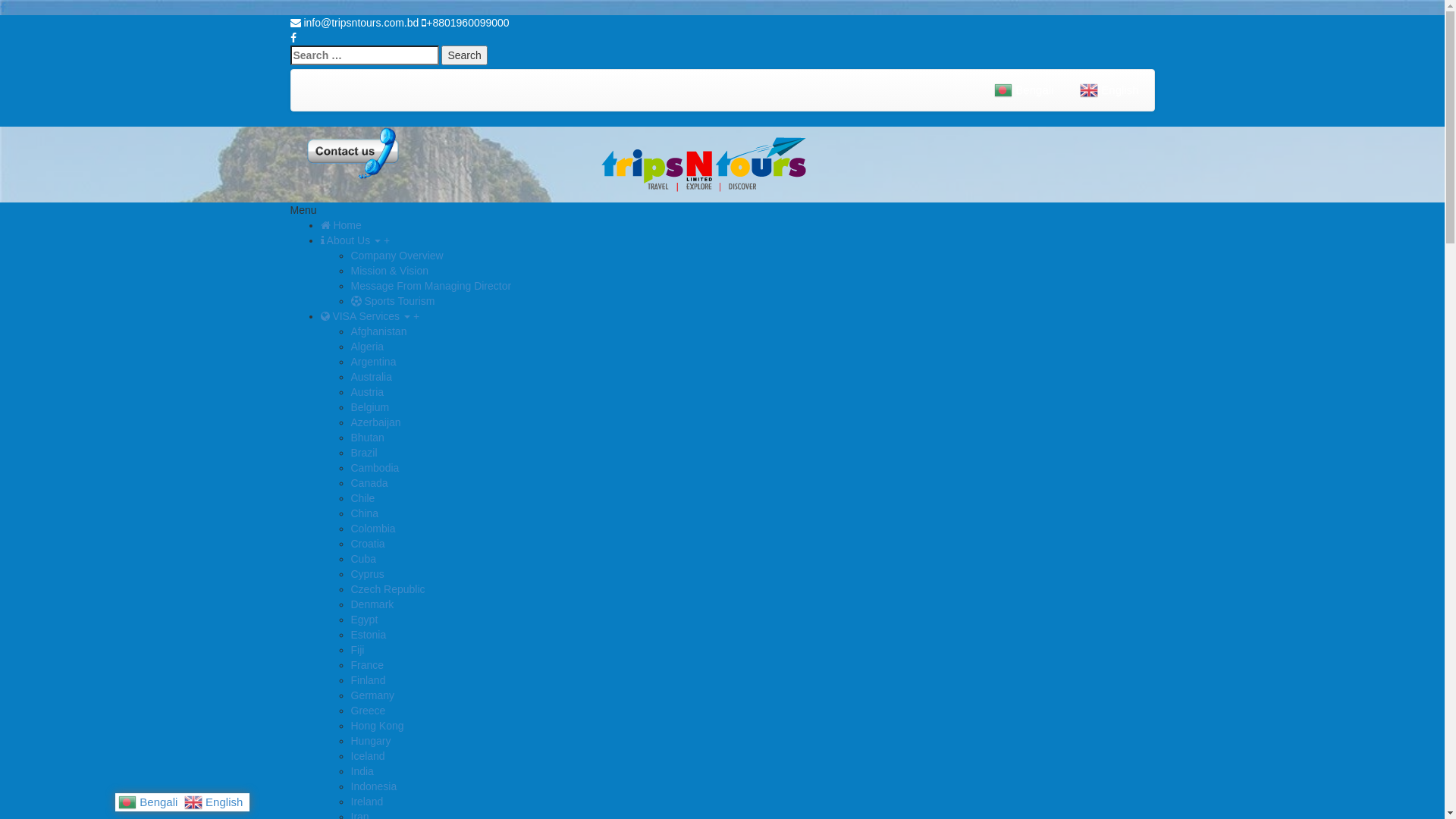 Image resolution: width=1456 pixels, height=819 pixels. What do you see at coordinates (362, 558) in the screenshot?
I see `'Cuba'` at bounding box center [362, 558].